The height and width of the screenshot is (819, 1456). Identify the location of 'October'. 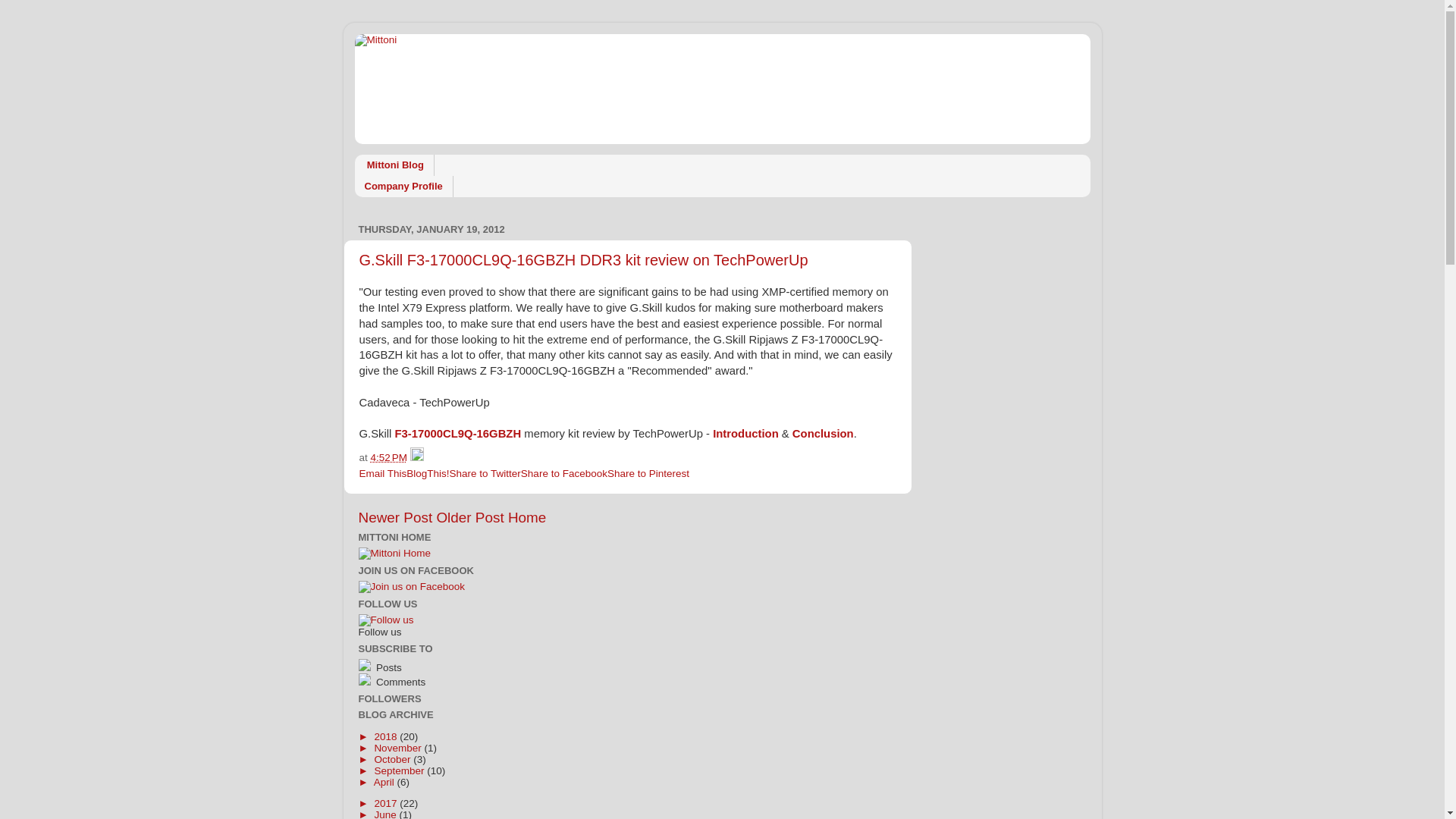
(374, 759).